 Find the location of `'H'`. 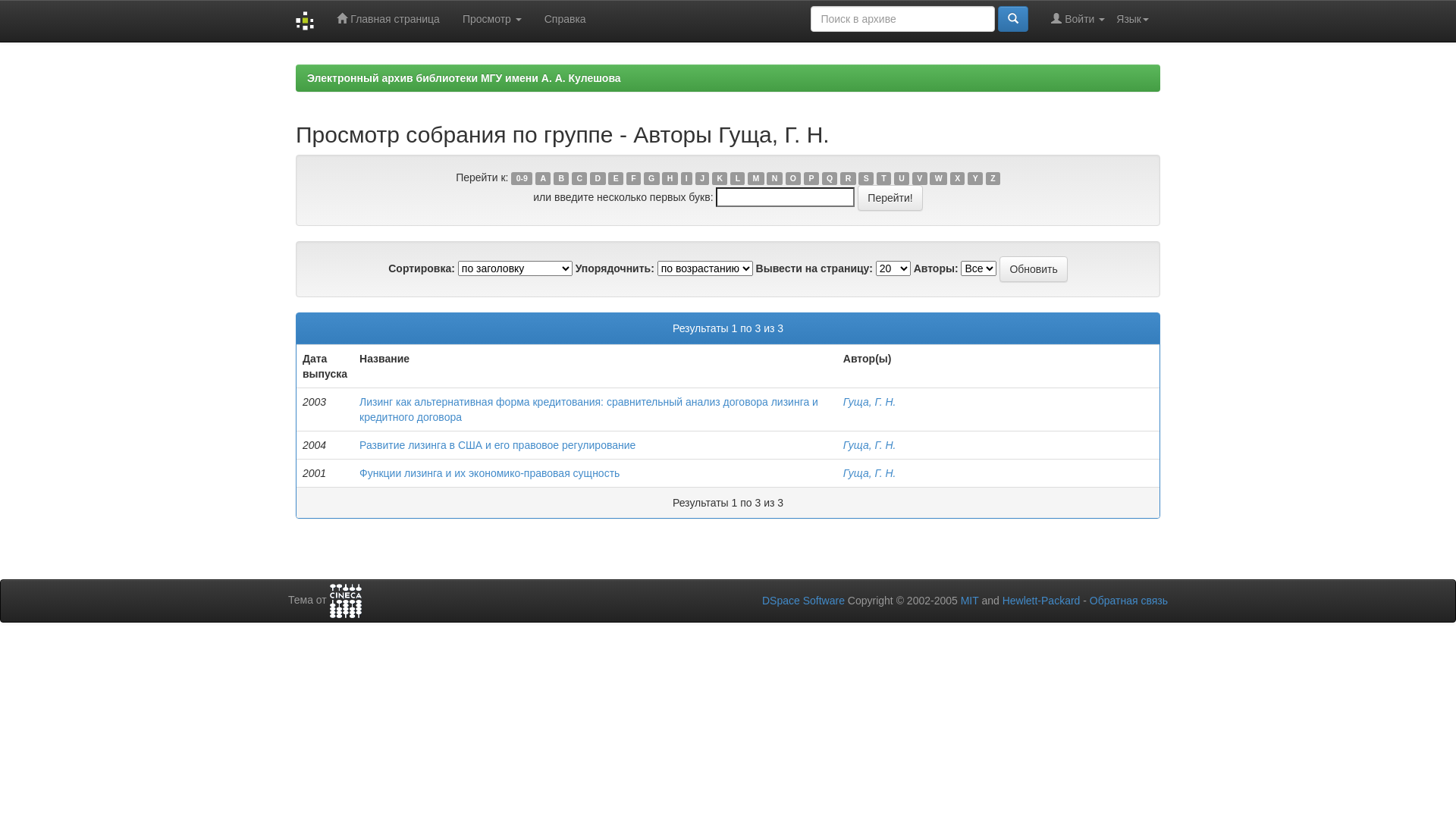

'H' is located at coordinates (669, 177).